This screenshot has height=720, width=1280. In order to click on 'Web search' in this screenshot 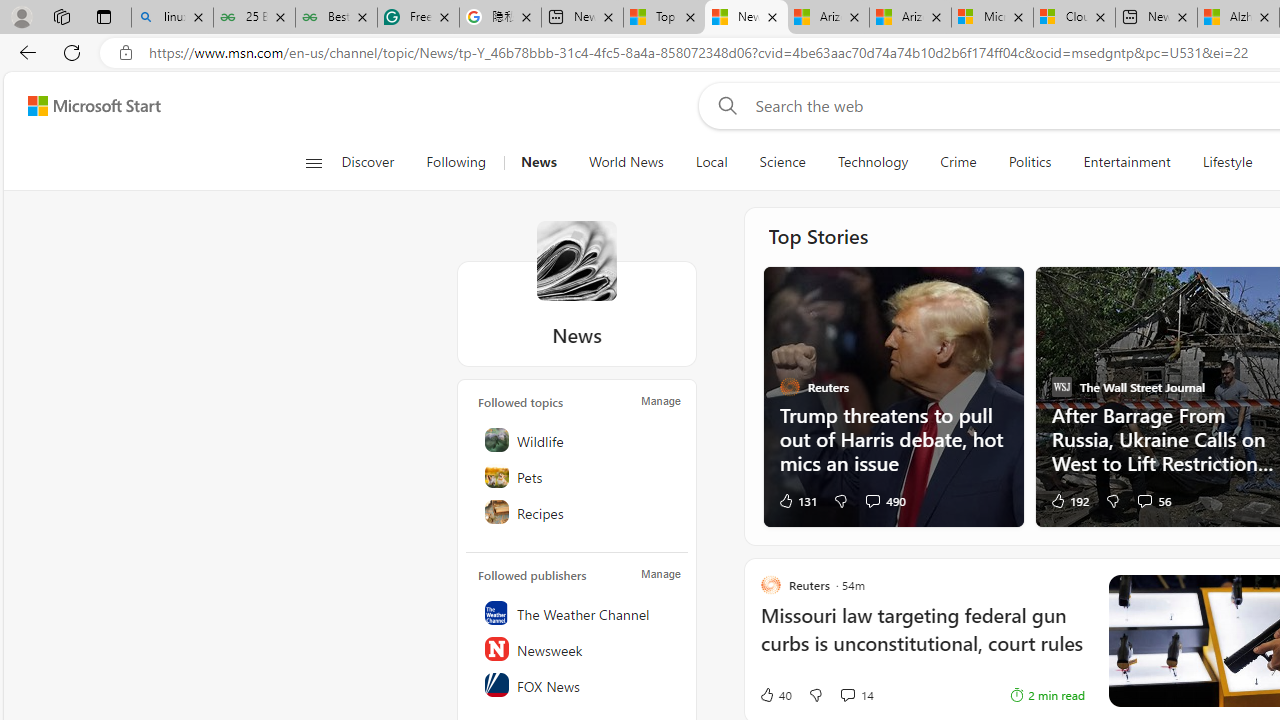, I will do `click(723, 105)`.